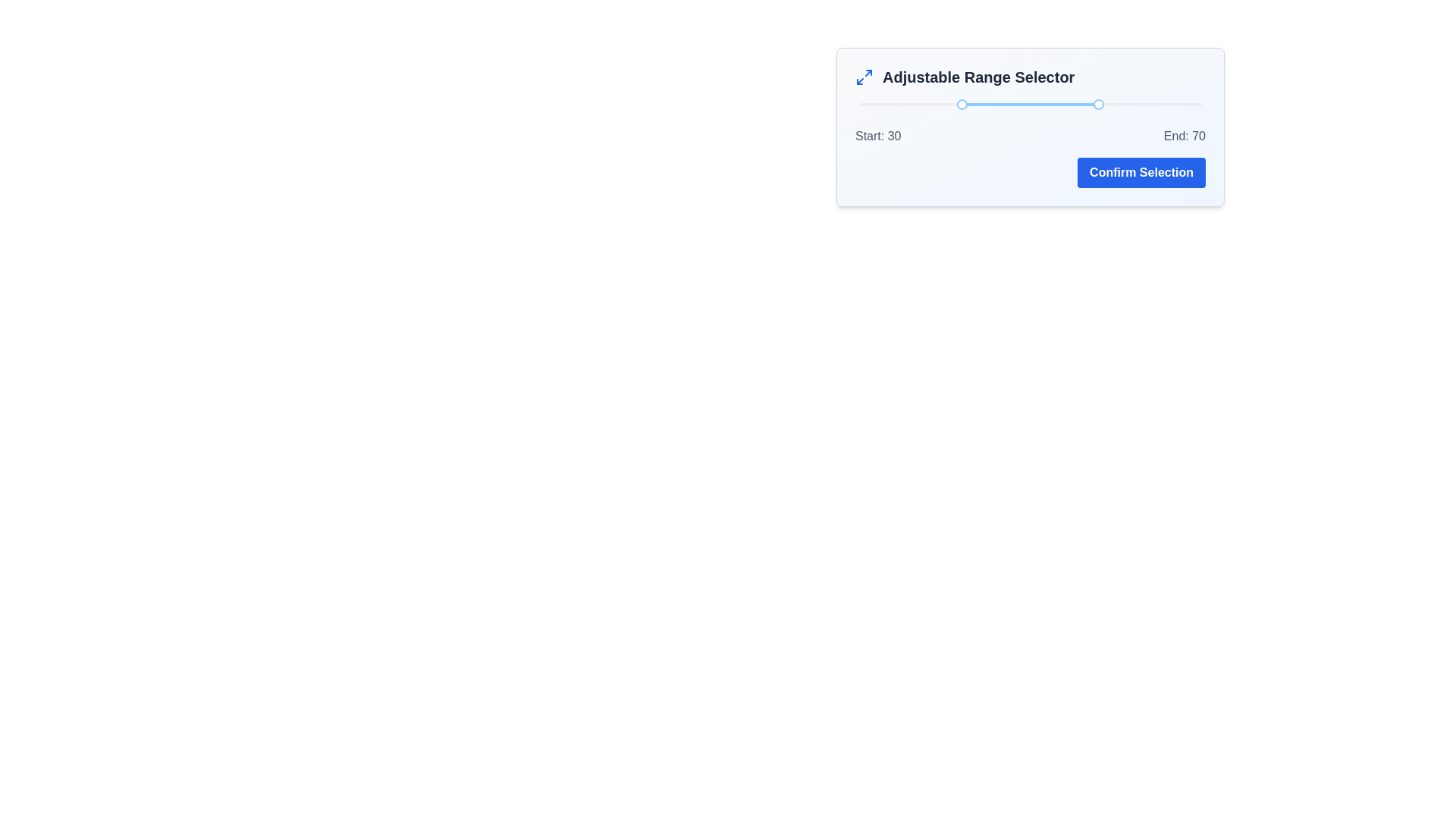 The height and width of the screenshot is (819, 1456). I want to click on the slider, so click(1053, 104).